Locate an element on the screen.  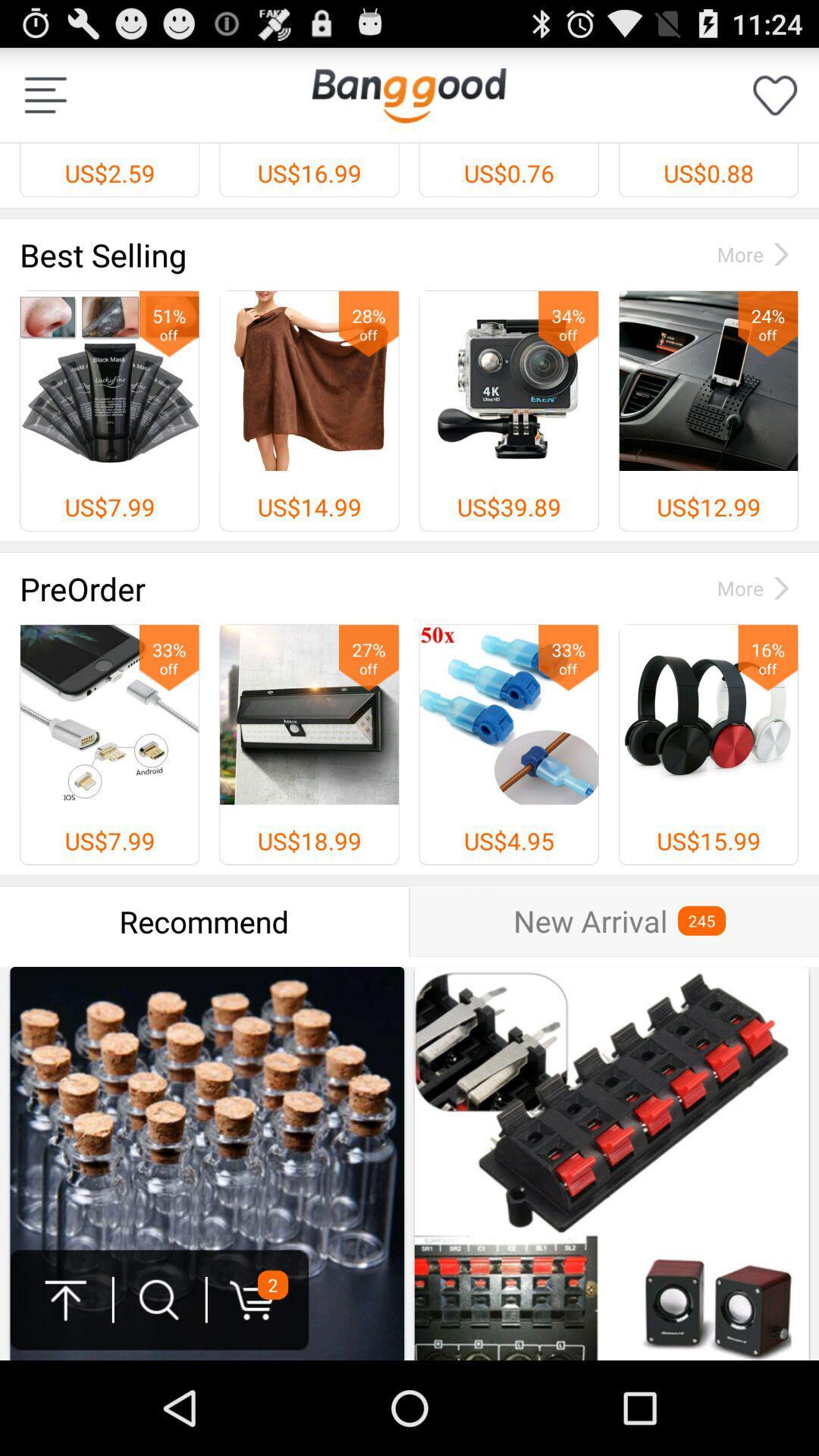
to wishlist is located at coordinates (775, 94).